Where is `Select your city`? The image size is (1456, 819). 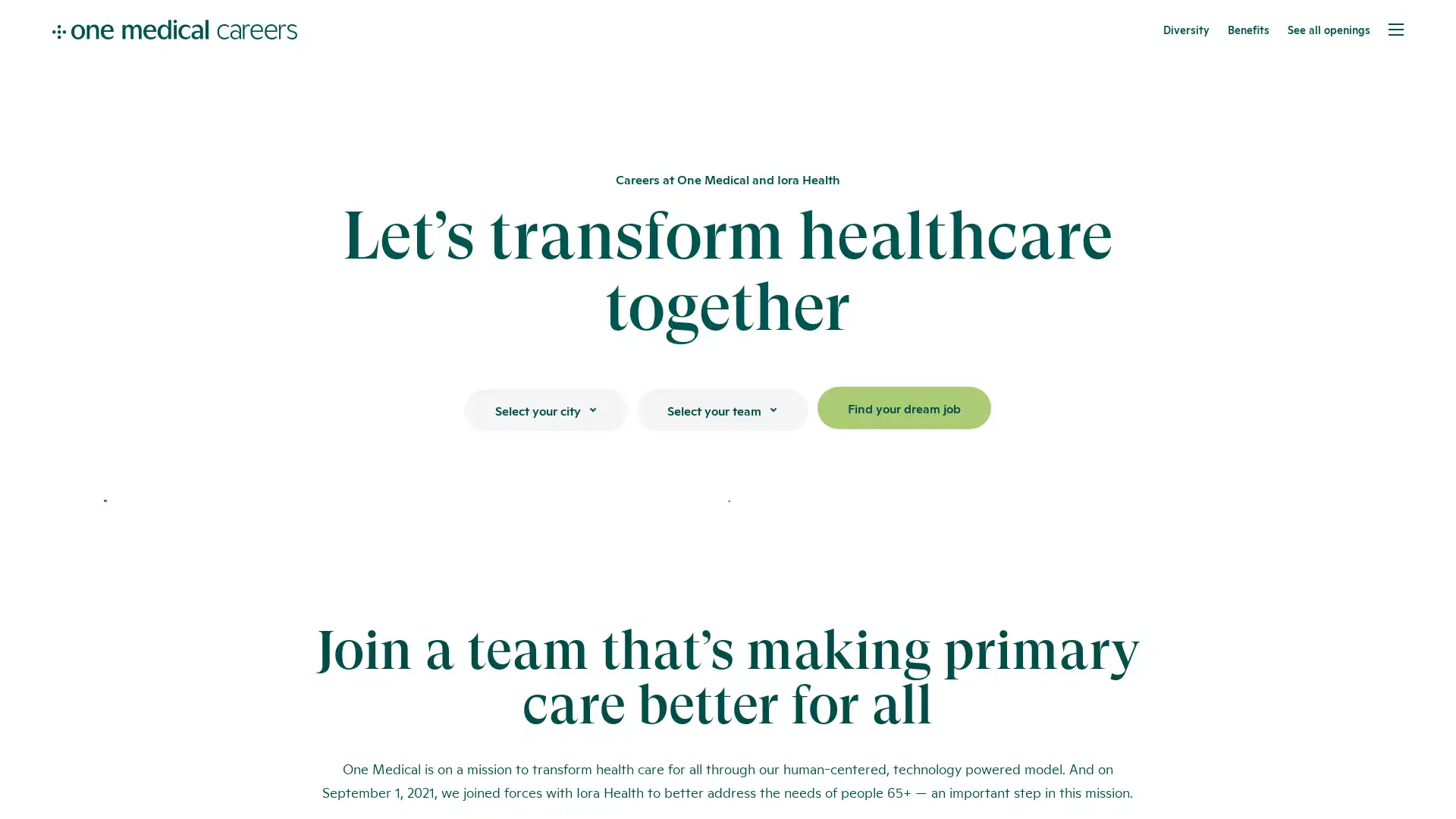
Select your city is located at coordinates (545, 409).